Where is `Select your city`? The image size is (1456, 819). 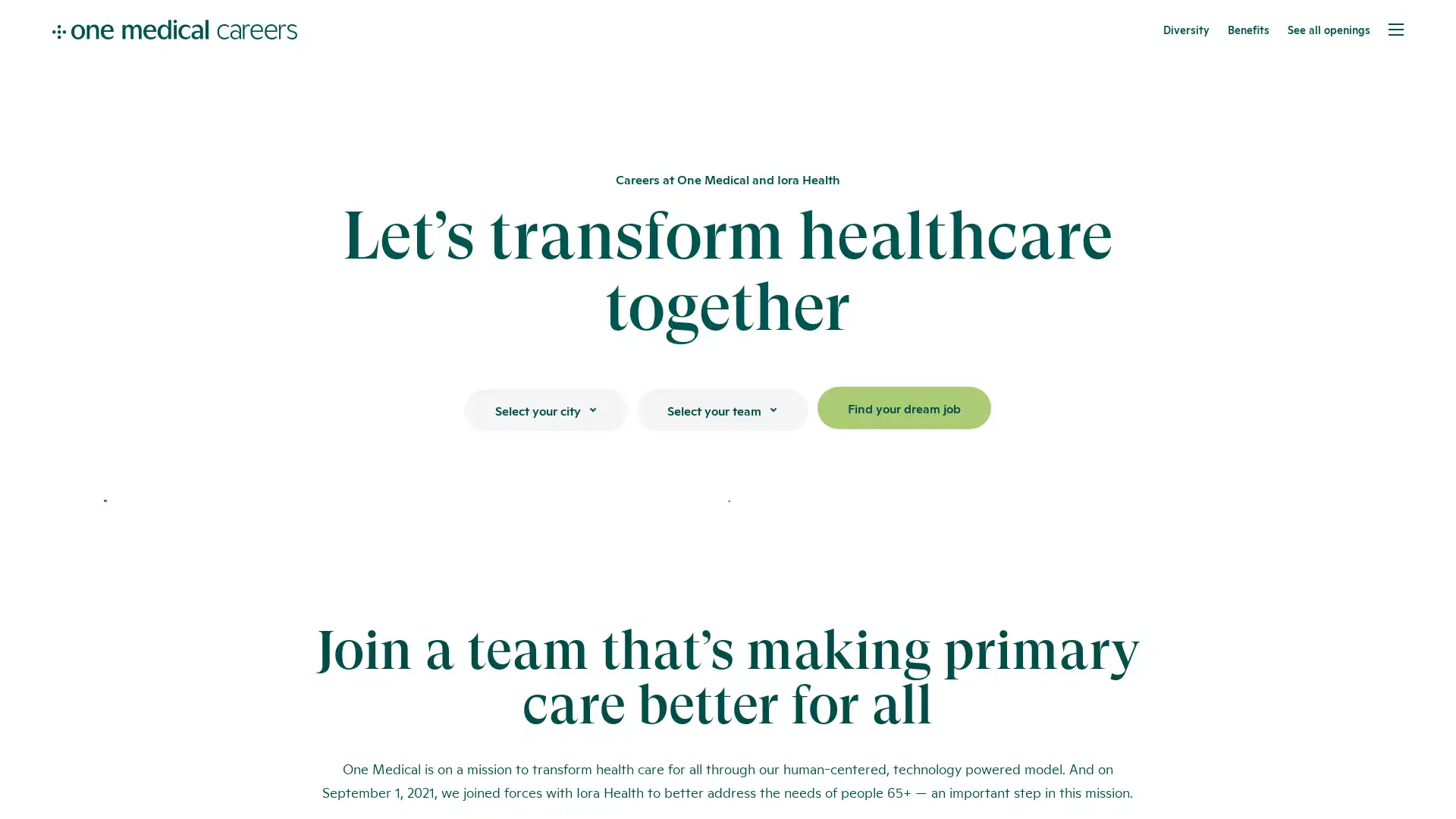
Select your city is located at coordinates (545, 409).